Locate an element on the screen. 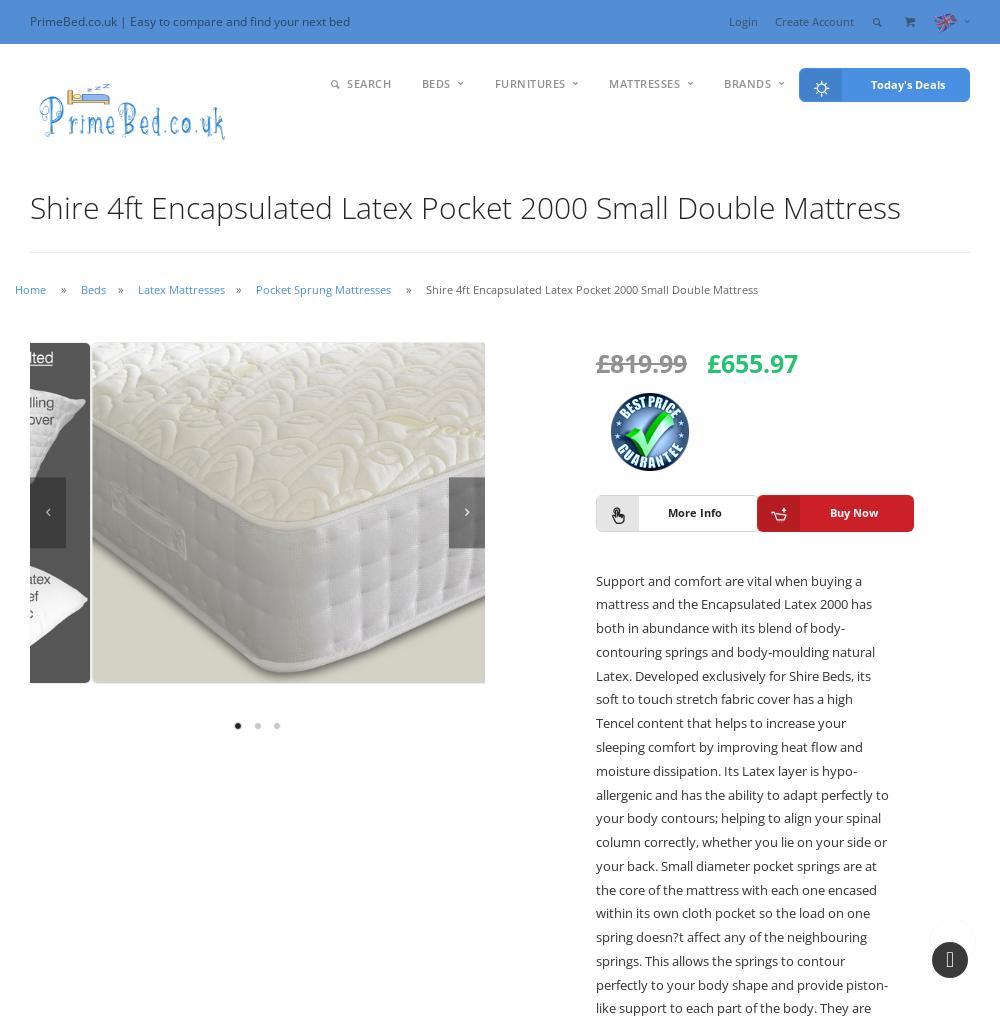 Image resolution: width=1000 pixels, height=1017 pixels. 'Login' is located at coordinates (742, 20).